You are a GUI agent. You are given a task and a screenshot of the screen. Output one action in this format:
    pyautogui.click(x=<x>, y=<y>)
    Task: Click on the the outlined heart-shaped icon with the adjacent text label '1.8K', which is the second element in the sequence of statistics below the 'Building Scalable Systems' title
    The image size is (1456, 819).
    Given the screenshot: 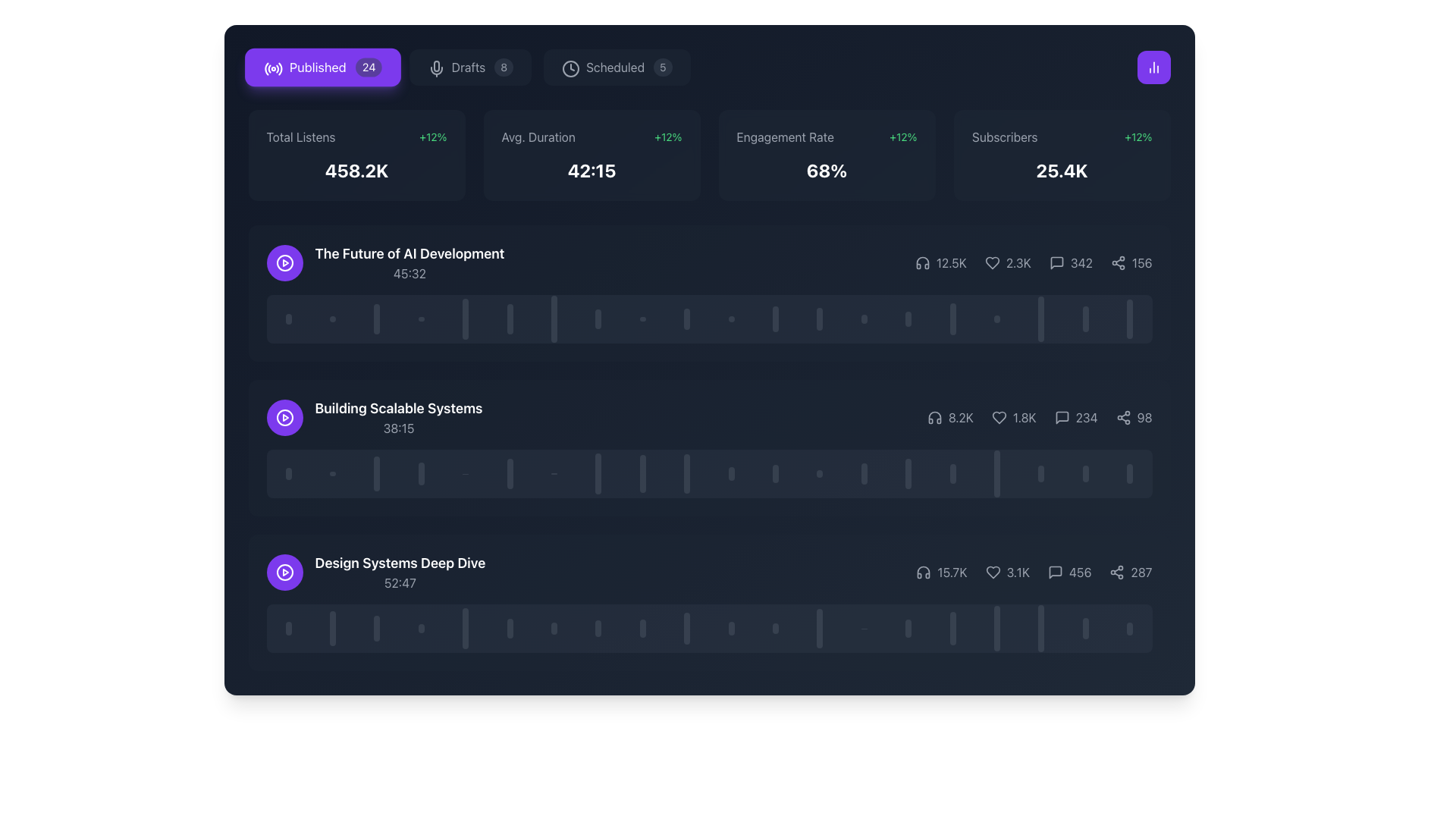 What is the action you would take?
    pyautogui.click(x=1014, y=418)
    